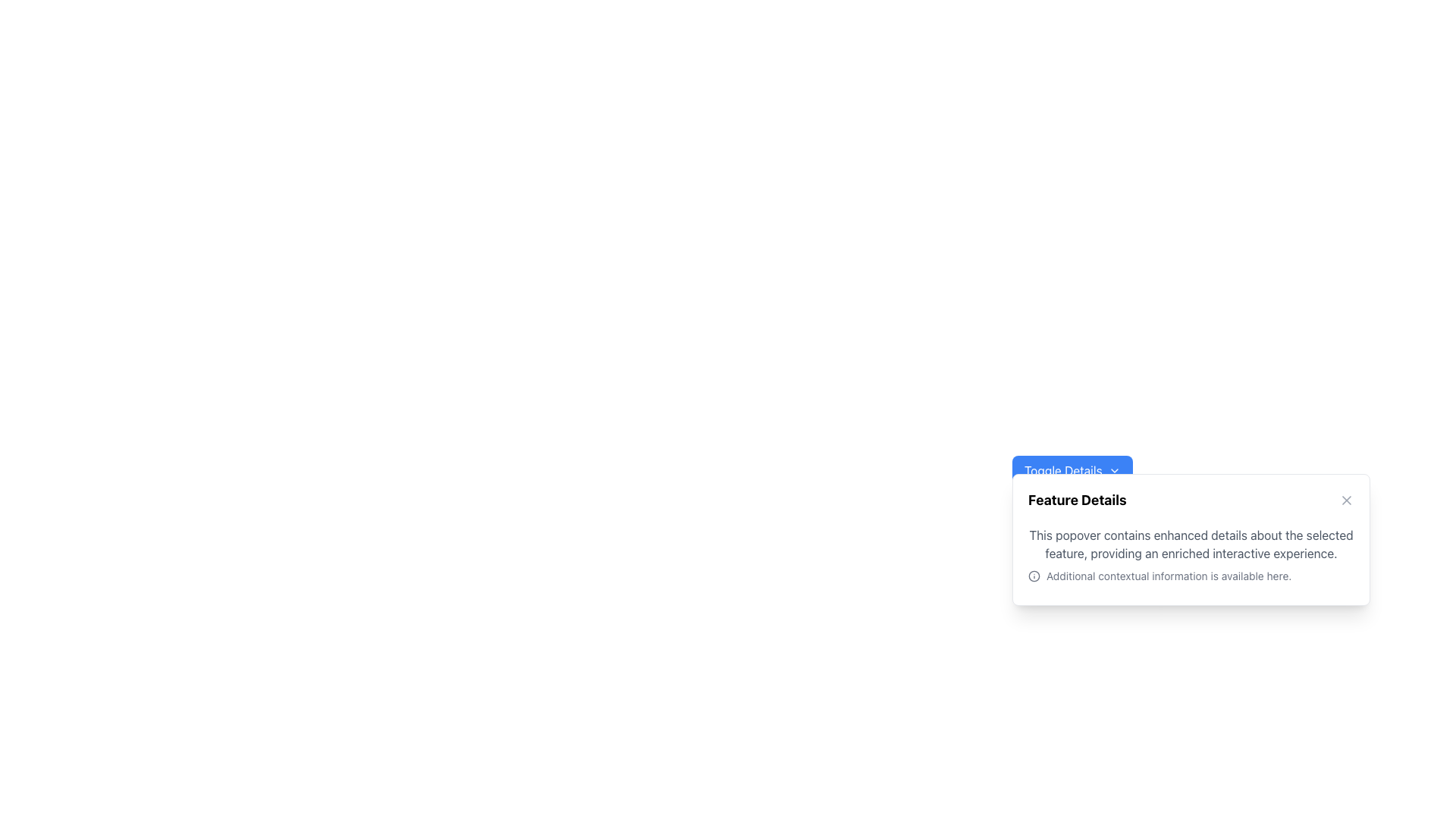  What do you see at coordinates (1190, 543) in the screenshot?
I see `the text block displaying the sentence: 'This popover contains enhanced details about the selected feature, providing an enriched interactive experience.' which is styled with gray text color (#808080) and is positioned above the 'Additional contextual information is available here.' text` at bounding box center [1190, 543].